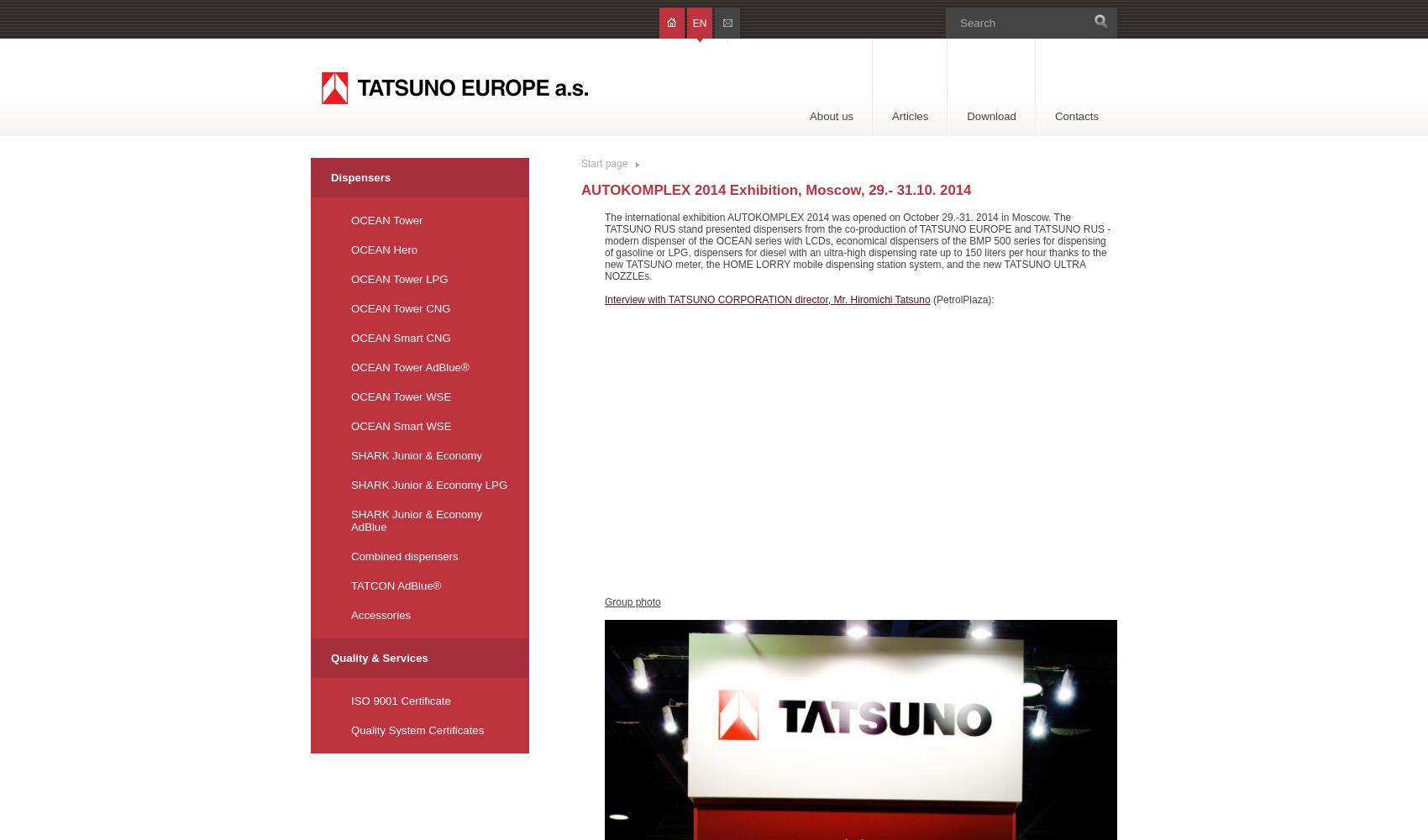 The width and height of the screenshot is (1428, 840). What do you see at coordinates (330, 176) in the screenshot?
I see `'Dispensers'` at bounding box center [330, 176].